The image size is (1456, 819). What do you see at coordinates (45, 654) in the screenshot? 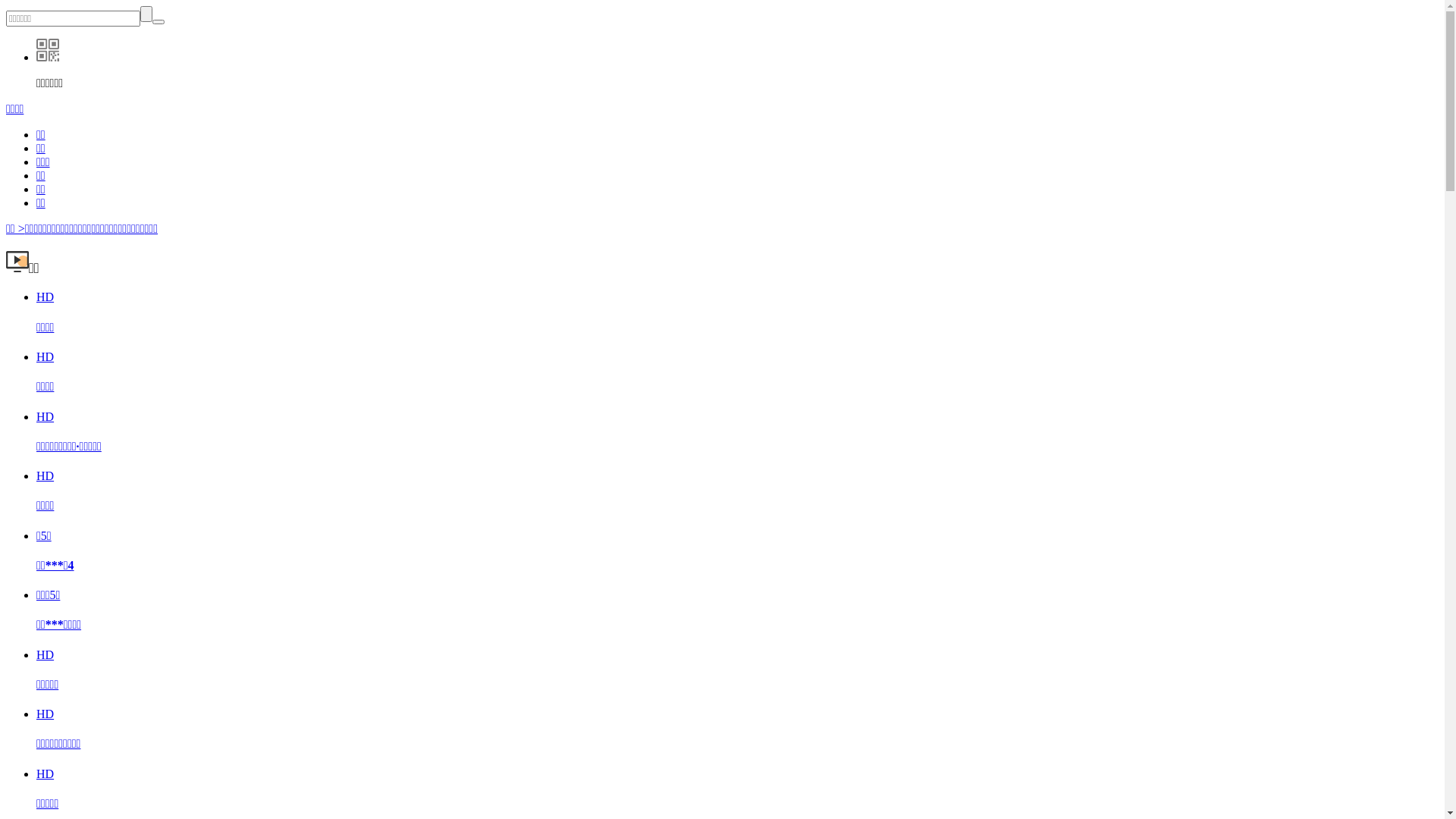
I see `'HD'` at bounding box center [45, 654].